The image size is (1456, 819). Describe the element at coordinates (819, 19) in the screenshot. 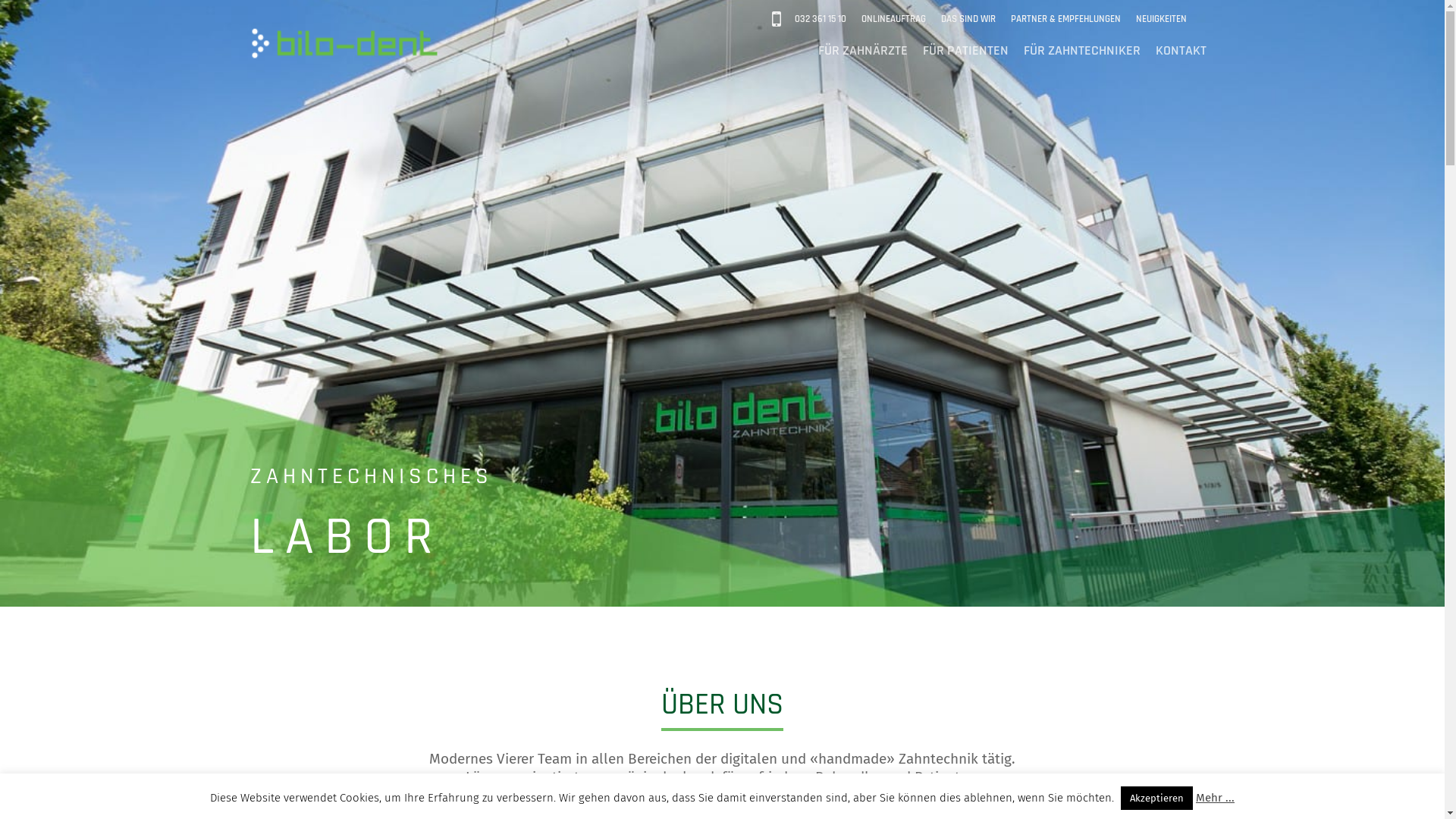

I see `'032 361 15 10'` at that location.